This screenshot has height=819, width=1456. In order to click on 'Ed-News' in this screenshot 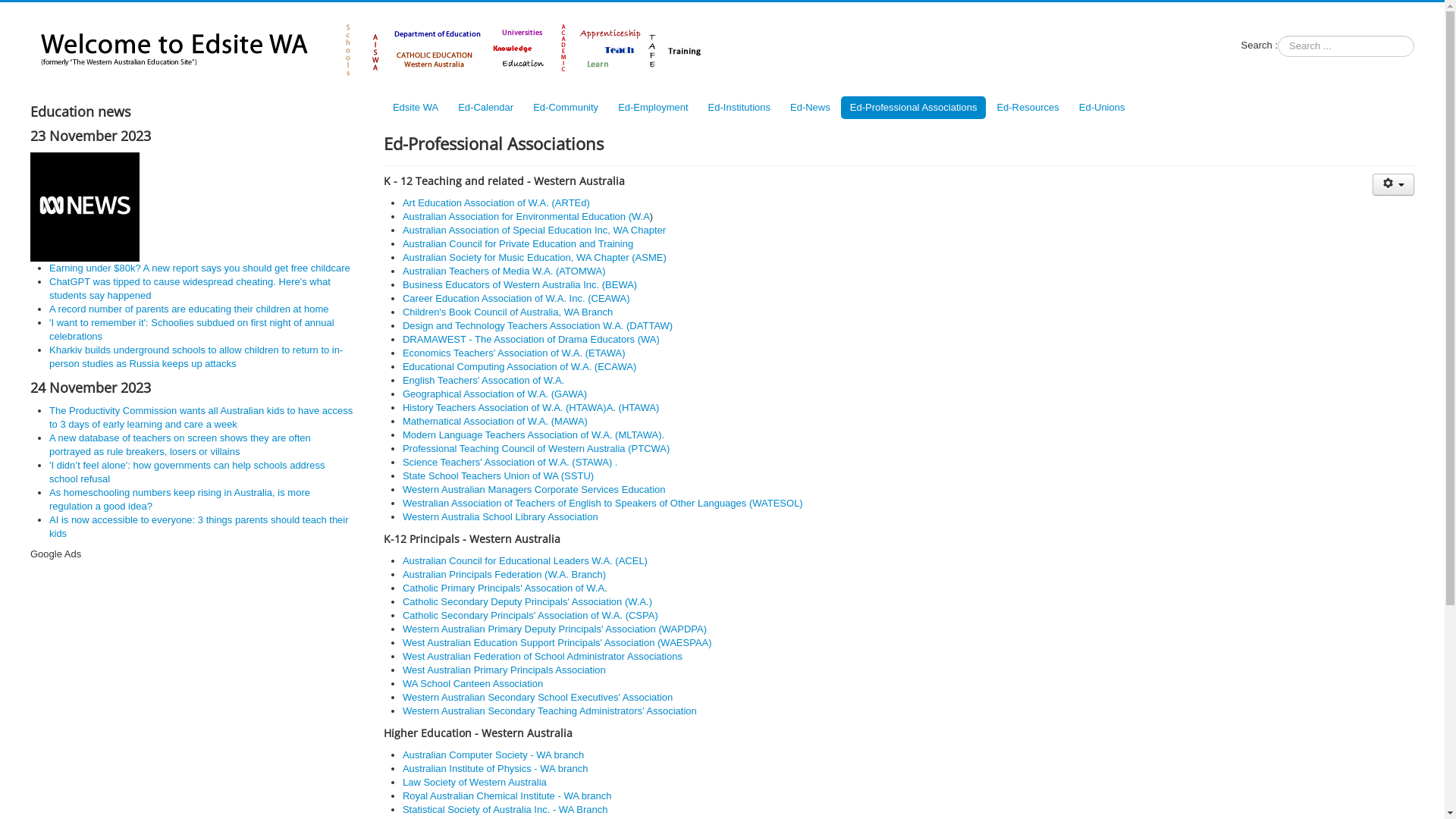, I will do `click(781, 107)`.